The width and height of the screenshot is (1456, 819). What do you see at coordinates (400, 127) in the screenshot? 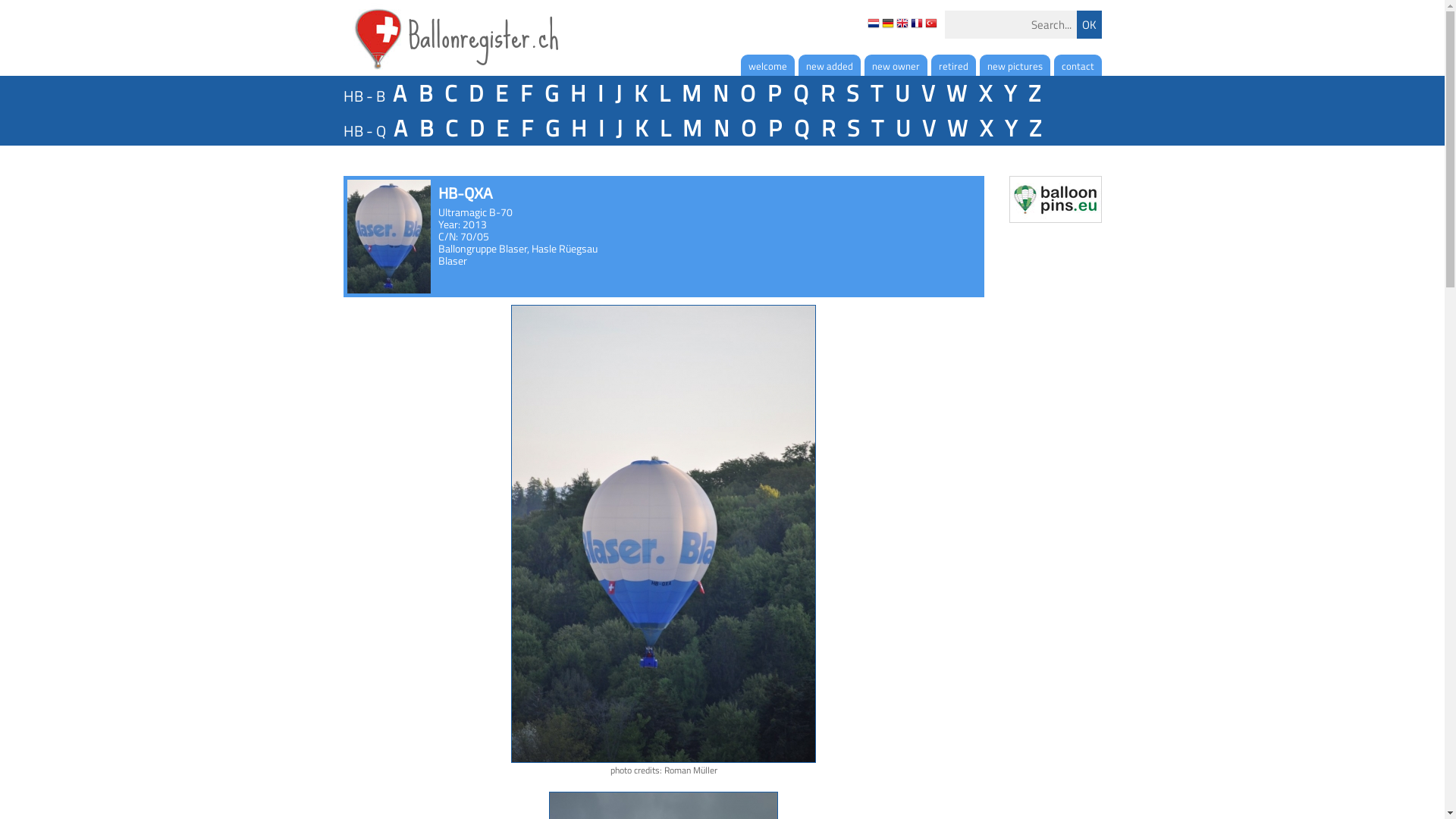
I see `'A'` at bounding box center [400, 127].